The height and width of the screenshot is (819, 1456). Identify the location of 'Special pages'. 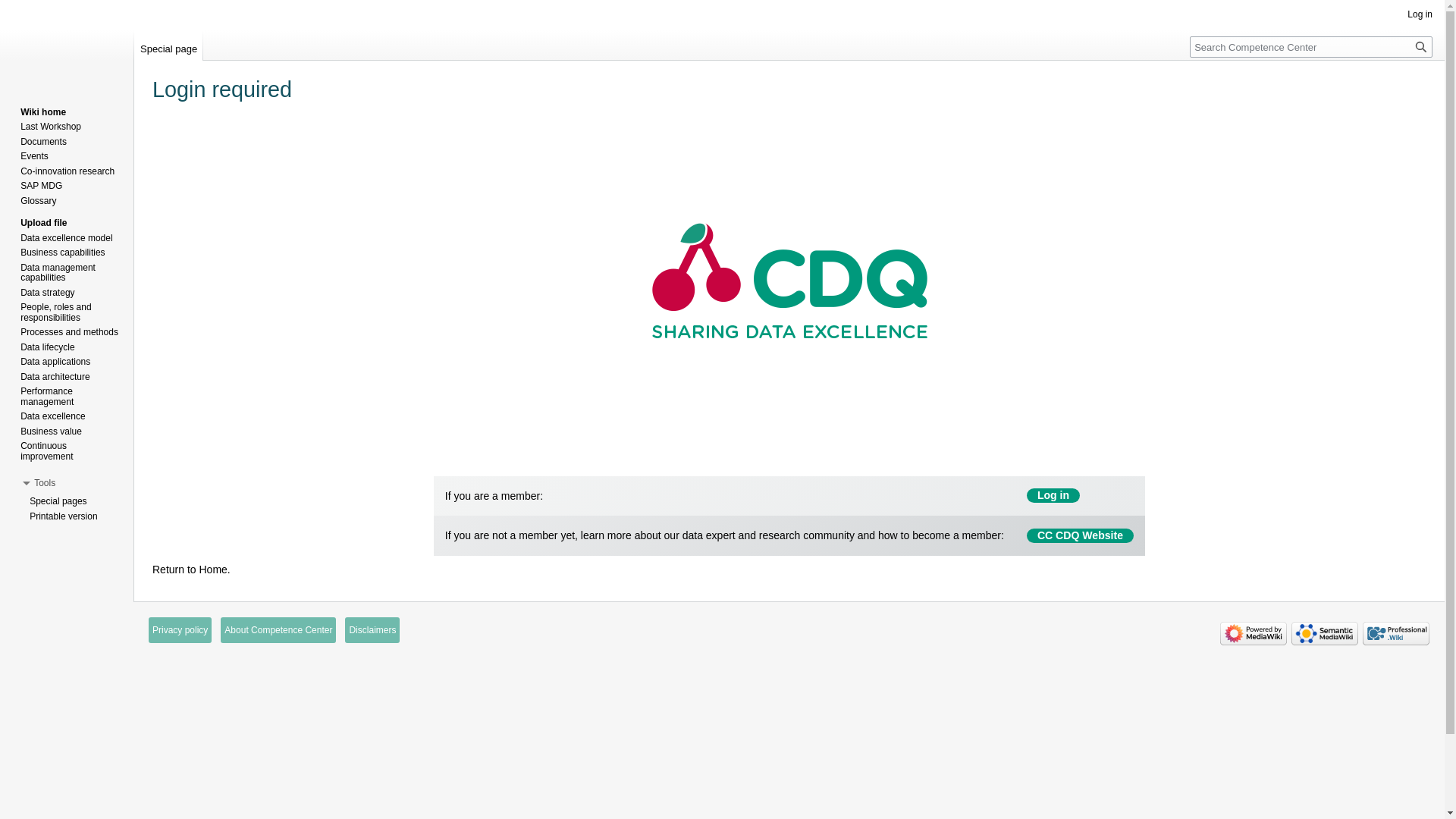
(58, 500).